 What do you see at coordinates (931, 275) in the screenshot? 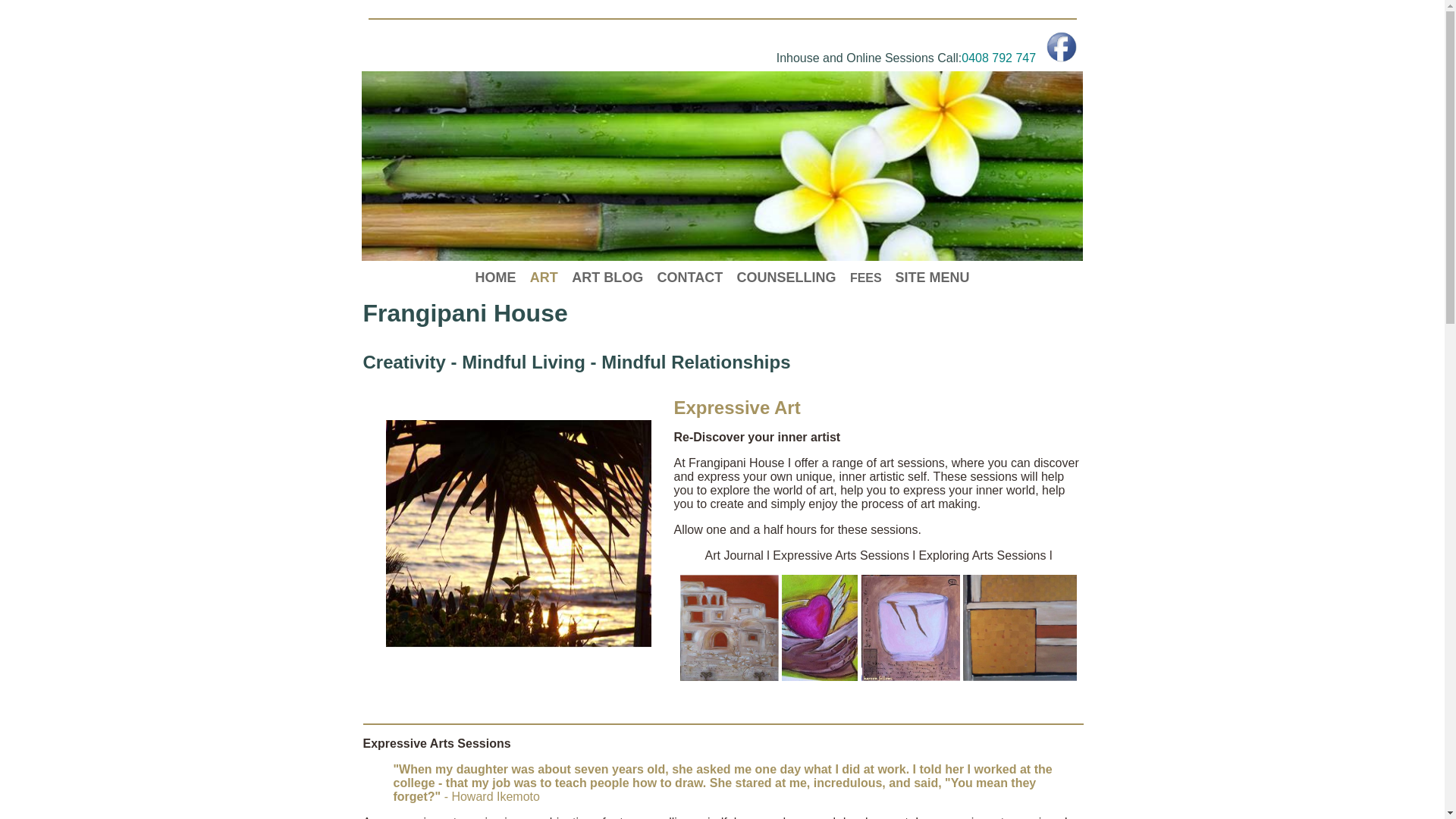
I see `'SITE MENU'` at bounding box center [931, 275].